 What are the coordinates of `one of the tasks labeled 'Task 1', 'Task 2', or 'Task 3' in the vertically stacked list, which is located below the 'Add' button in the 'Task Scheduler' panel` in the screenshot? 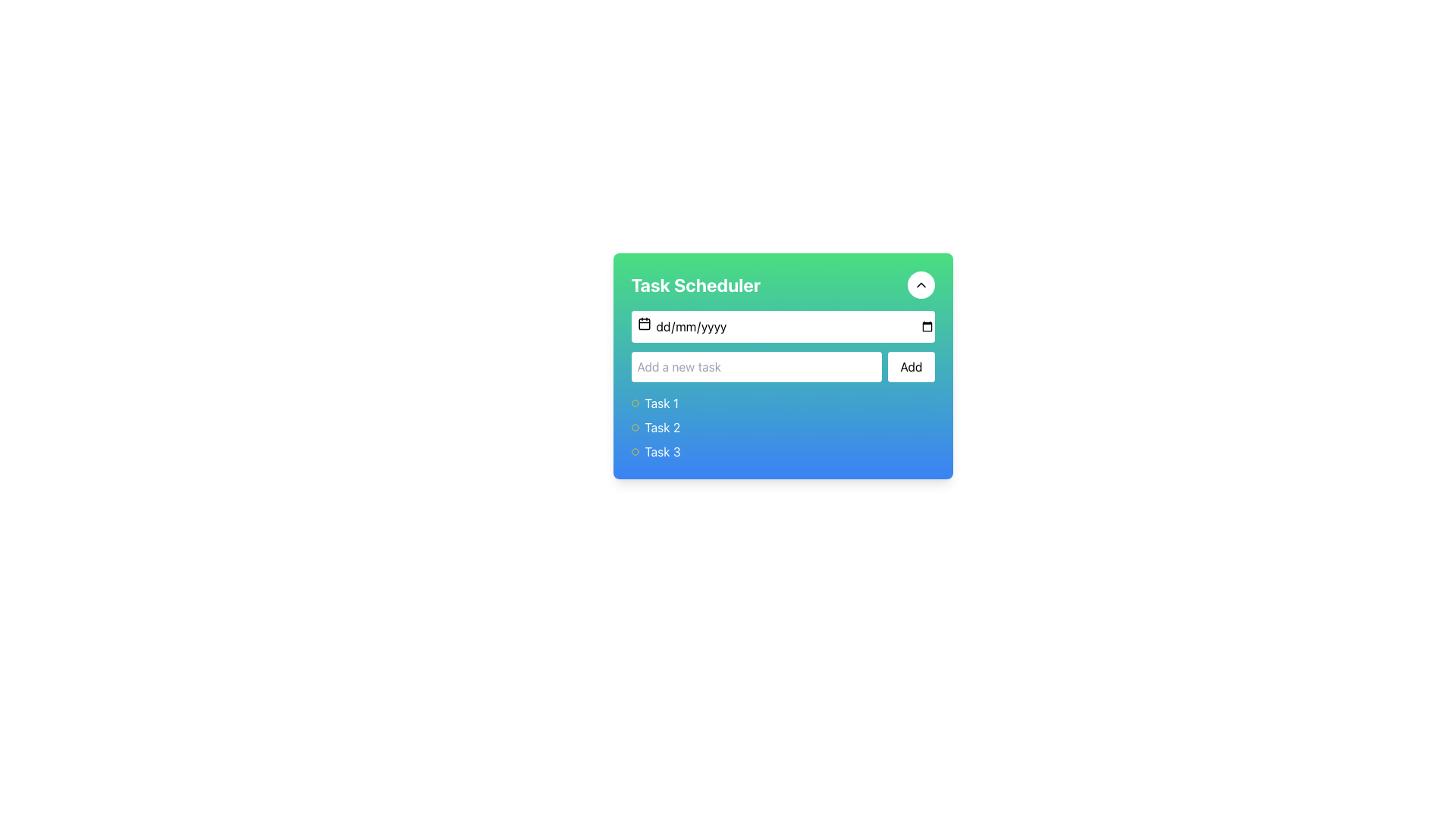 It's located at (783, 427).